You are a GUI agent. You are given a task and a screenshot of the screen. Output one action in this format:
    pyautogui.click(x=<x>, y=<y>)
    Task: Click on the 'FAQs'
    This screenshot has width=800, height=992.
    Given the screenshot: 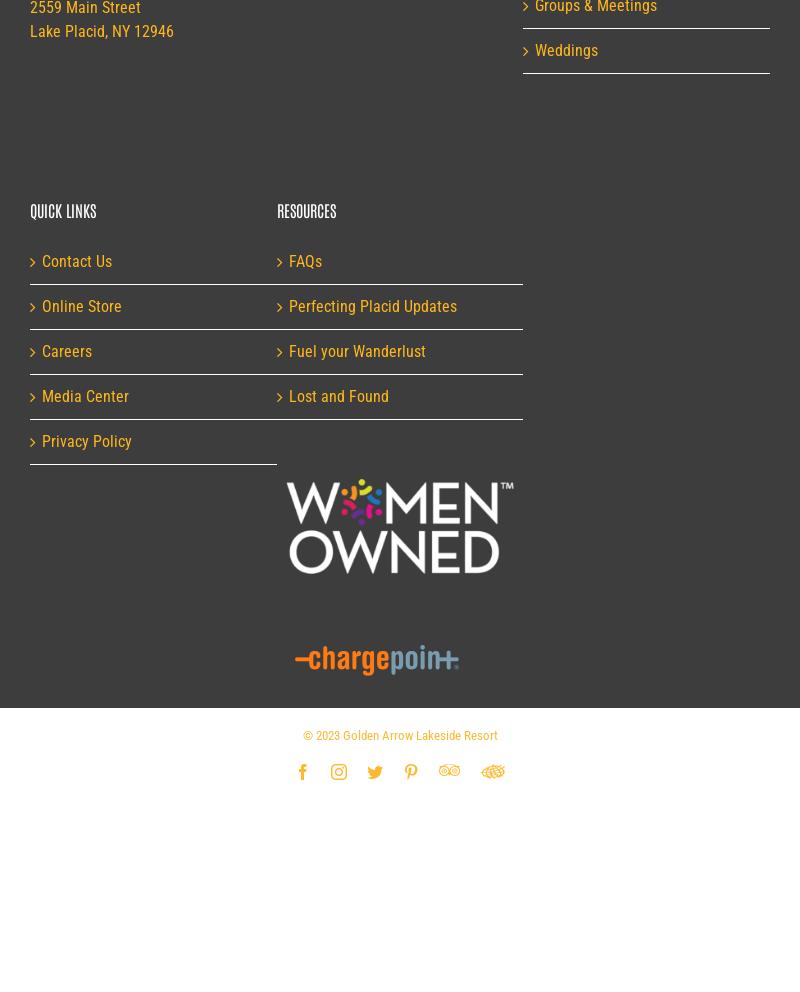 What is the action you would take?
    pyautogui.click(x=303, y=260)
    